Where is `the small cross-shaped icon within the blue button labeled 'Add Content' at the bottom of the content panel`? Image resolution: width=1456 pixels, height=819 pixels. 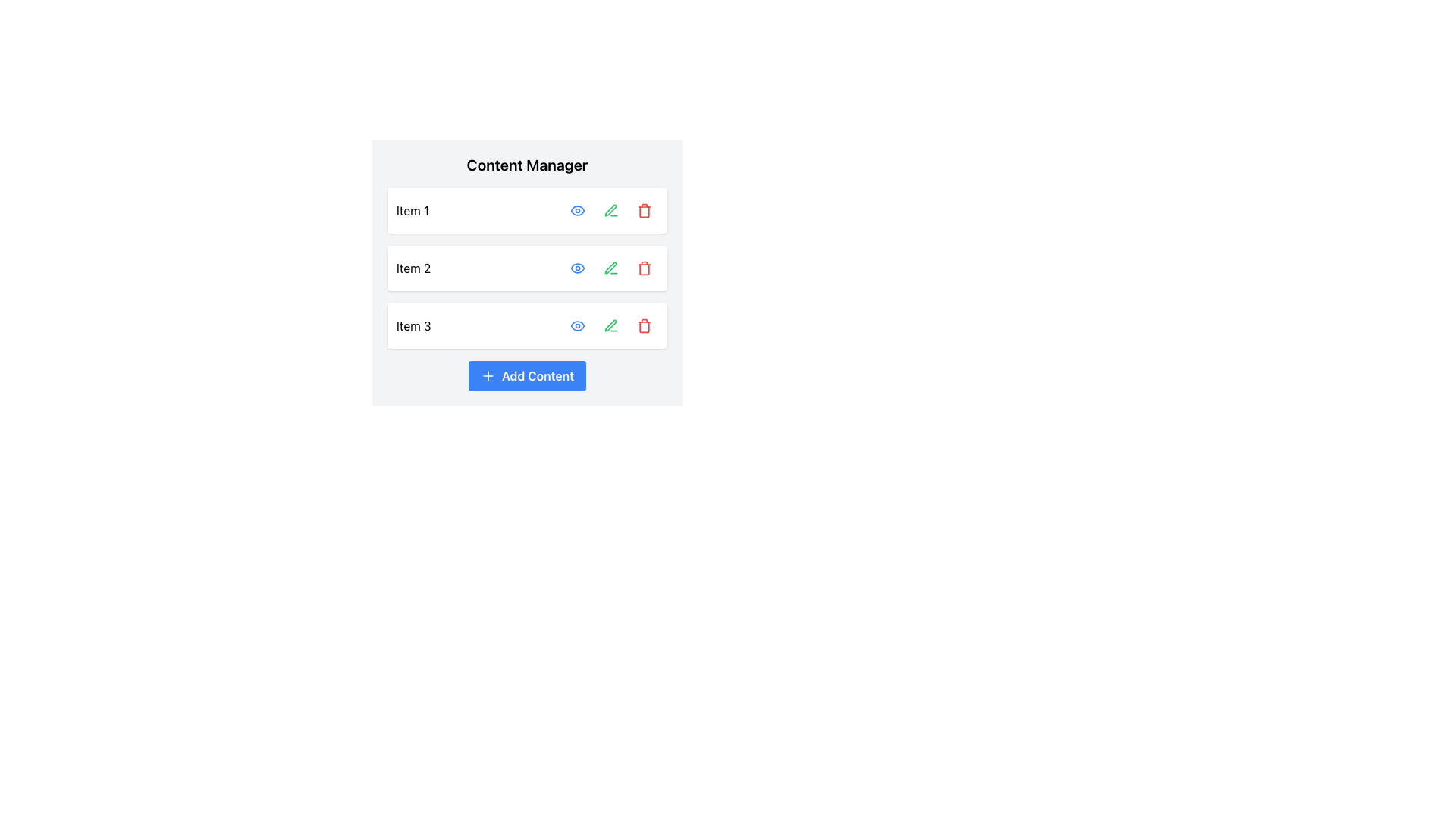
the small cross-shaped icon within the blue button labeled 'Add Content' at the bottom of the content panel is located at coordinates (488, 375).